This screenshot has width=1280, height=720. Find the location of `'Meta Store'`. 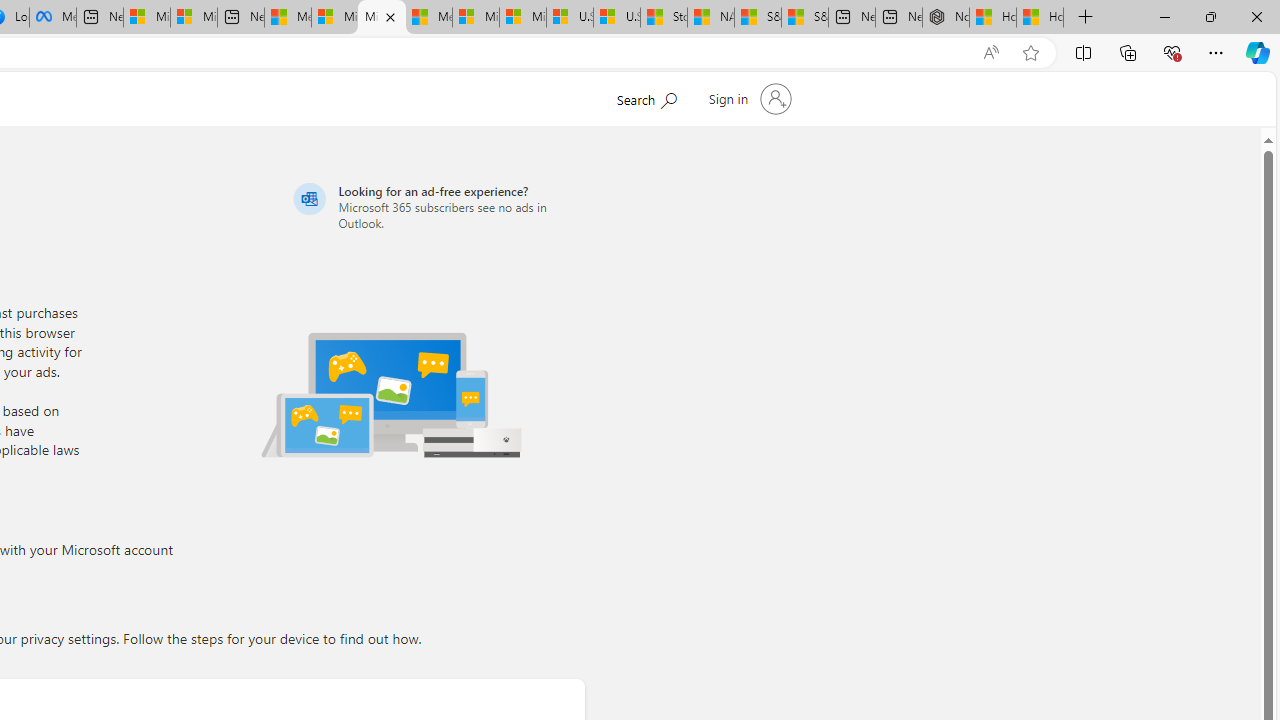

'Meta Store' is located at coordinates (52, 17).